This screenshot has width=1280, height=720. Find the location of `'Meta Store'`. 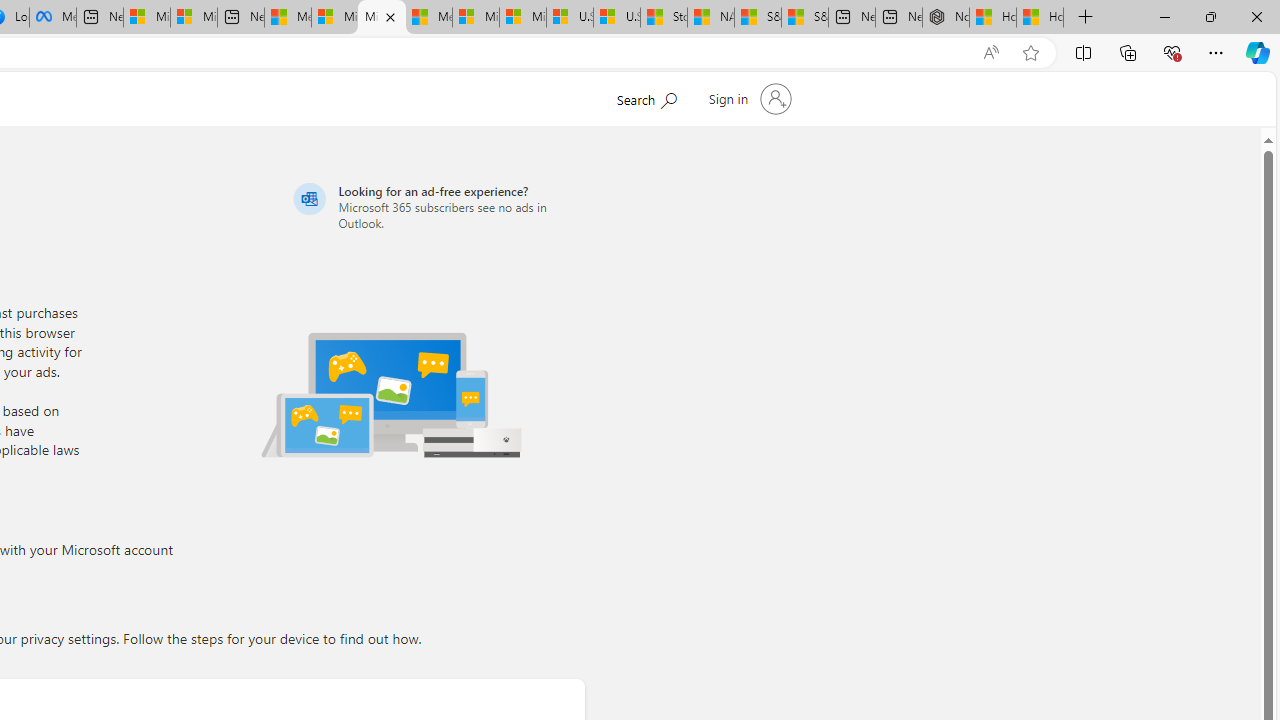

'Meta Store' is located at coordinates (52, 17).